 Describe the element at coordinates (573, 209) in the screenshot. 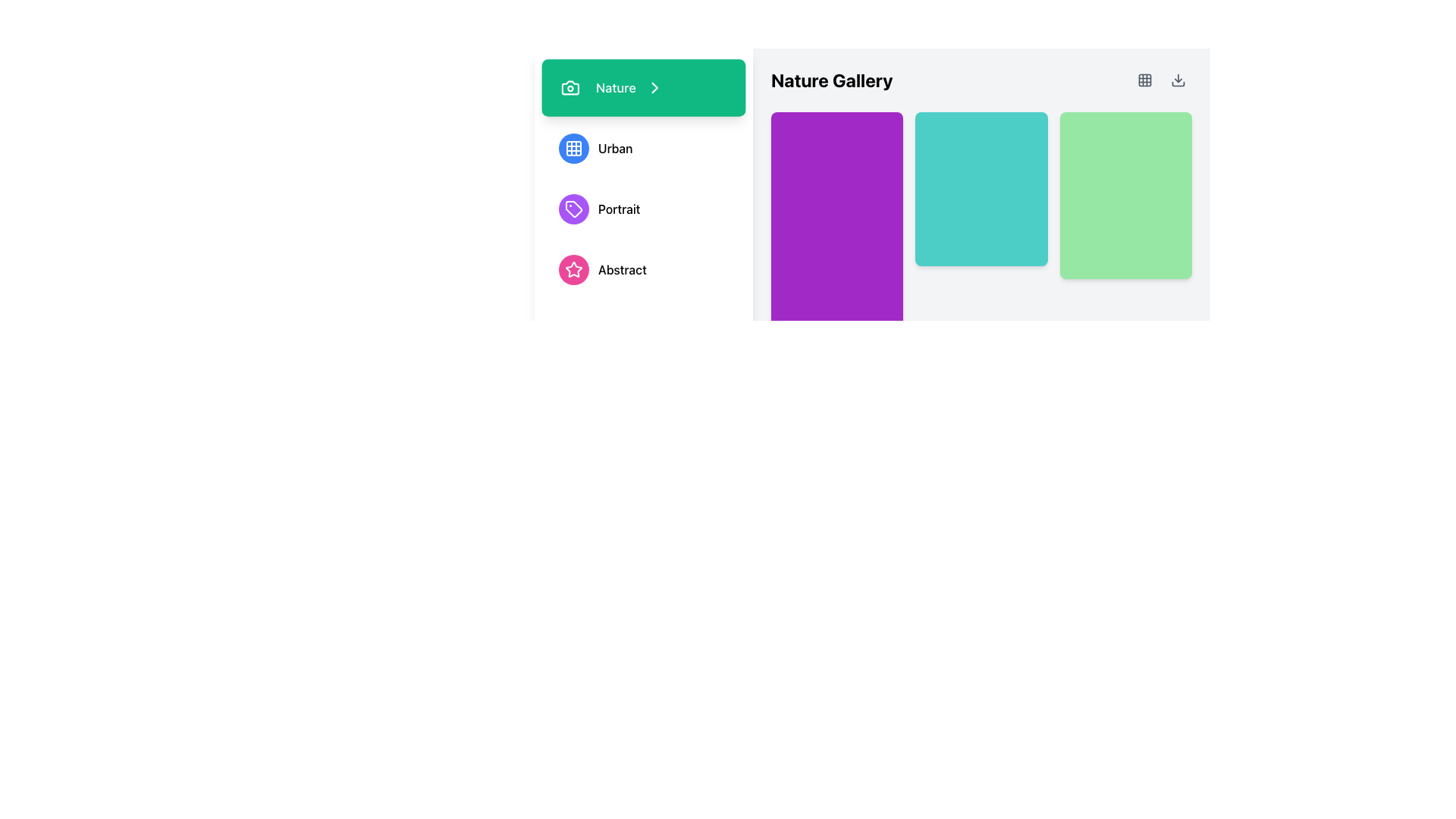

I see `the 'Portrait' icon located in the sidebar menu on the left side of the interface, which visually represents the 'Portrait' category` at that location.